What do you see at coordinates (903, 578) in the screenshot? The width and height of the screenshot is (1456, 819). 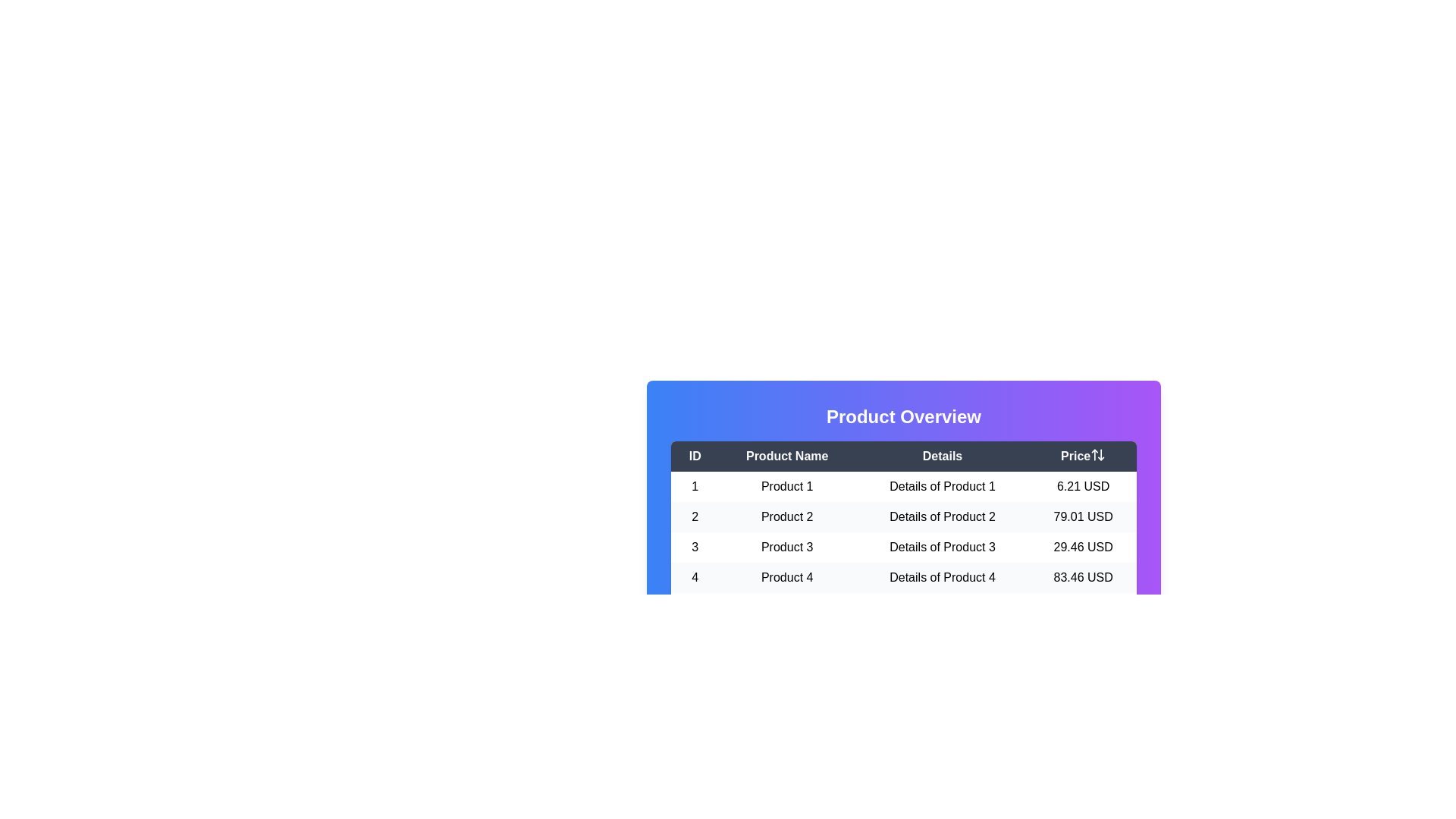 I see `the row corresponding to 4` at bounding box center [903, 578].